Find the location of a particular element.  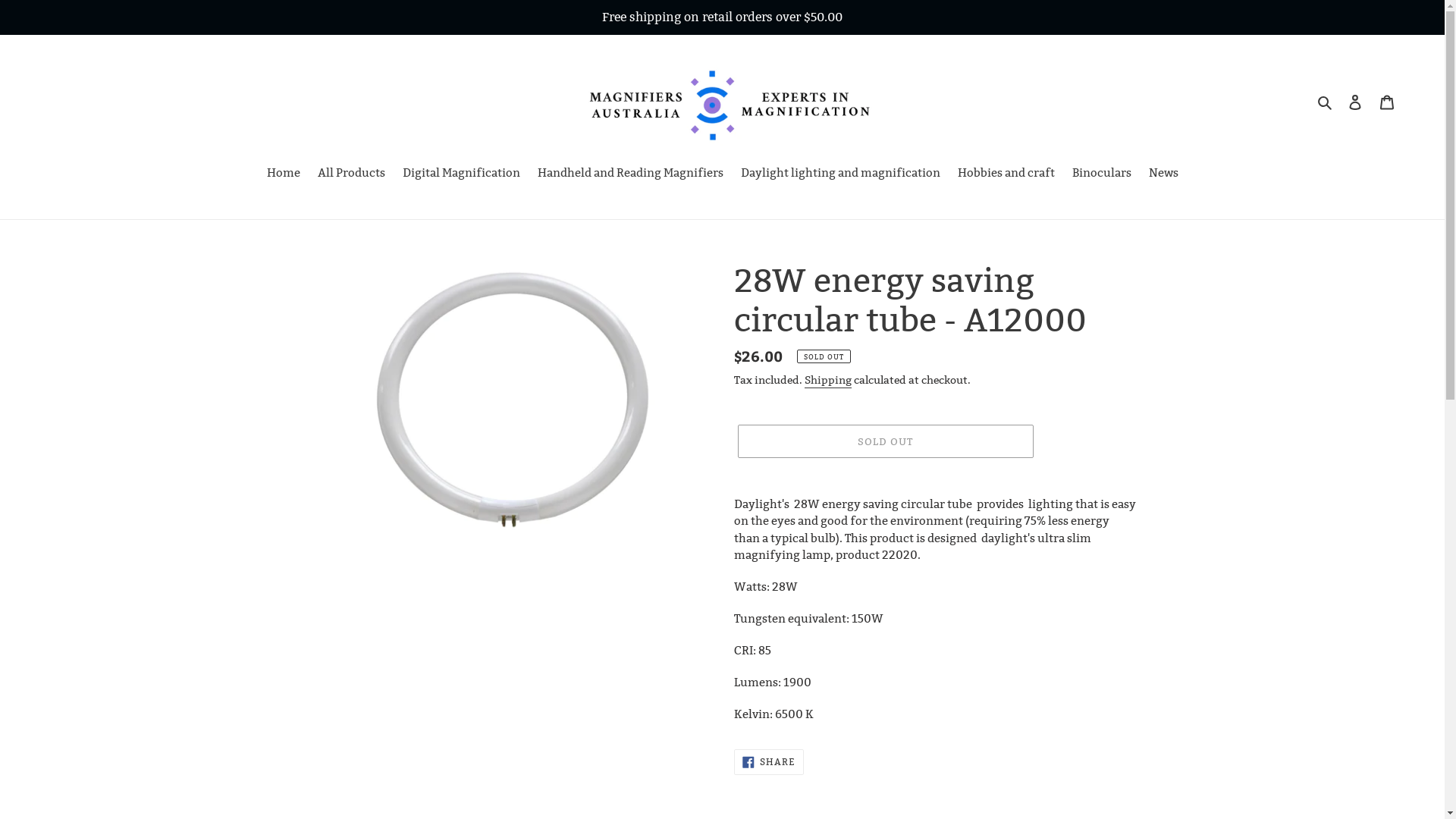

'Hobbies and craft' is located at coordinates (1005, 174).